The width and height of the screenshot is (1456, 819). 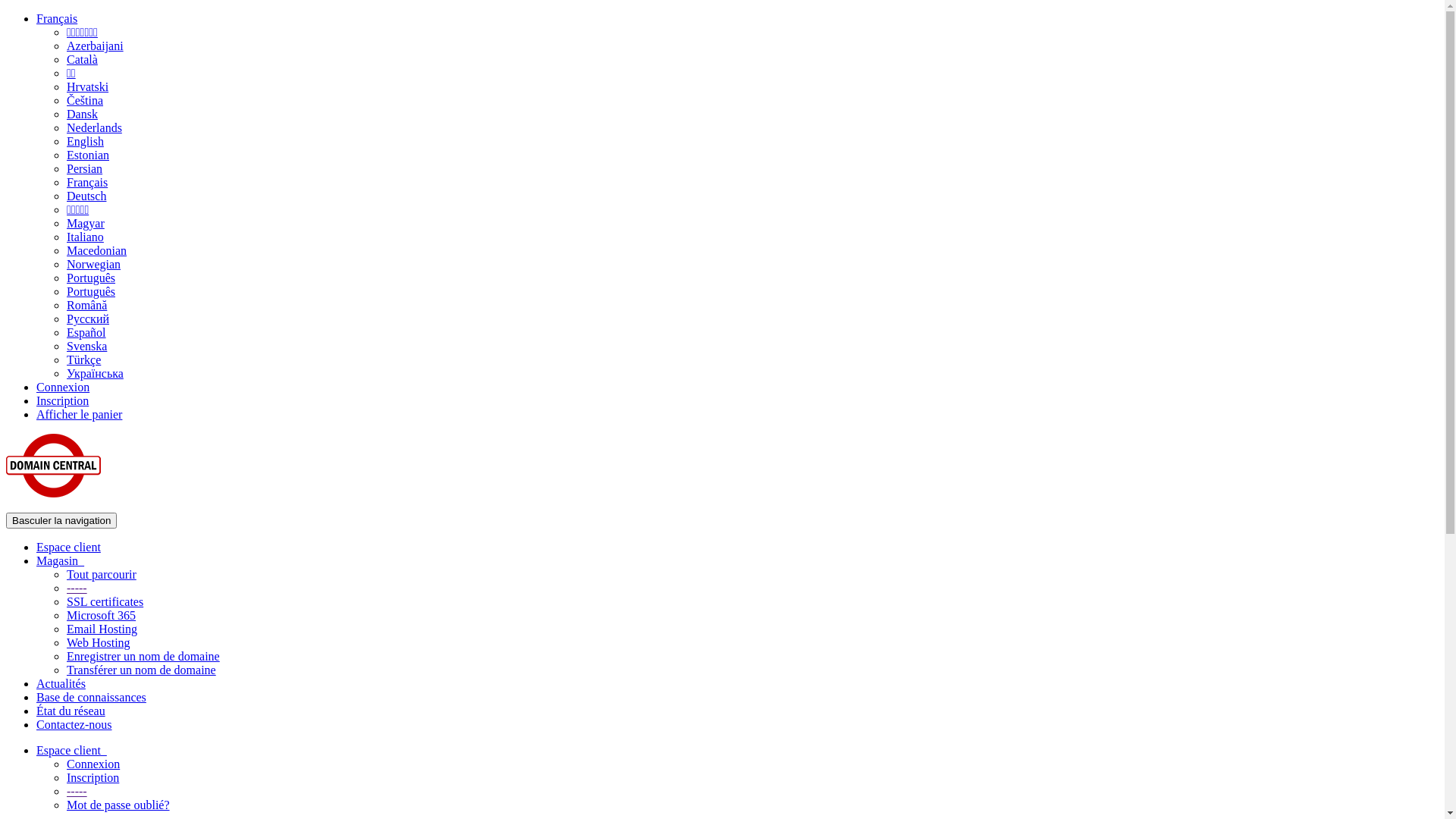 What do you see at coordinates (96, 249) in the screenshot?
I see `'Macedonian'` at bounding box center [96, 249].